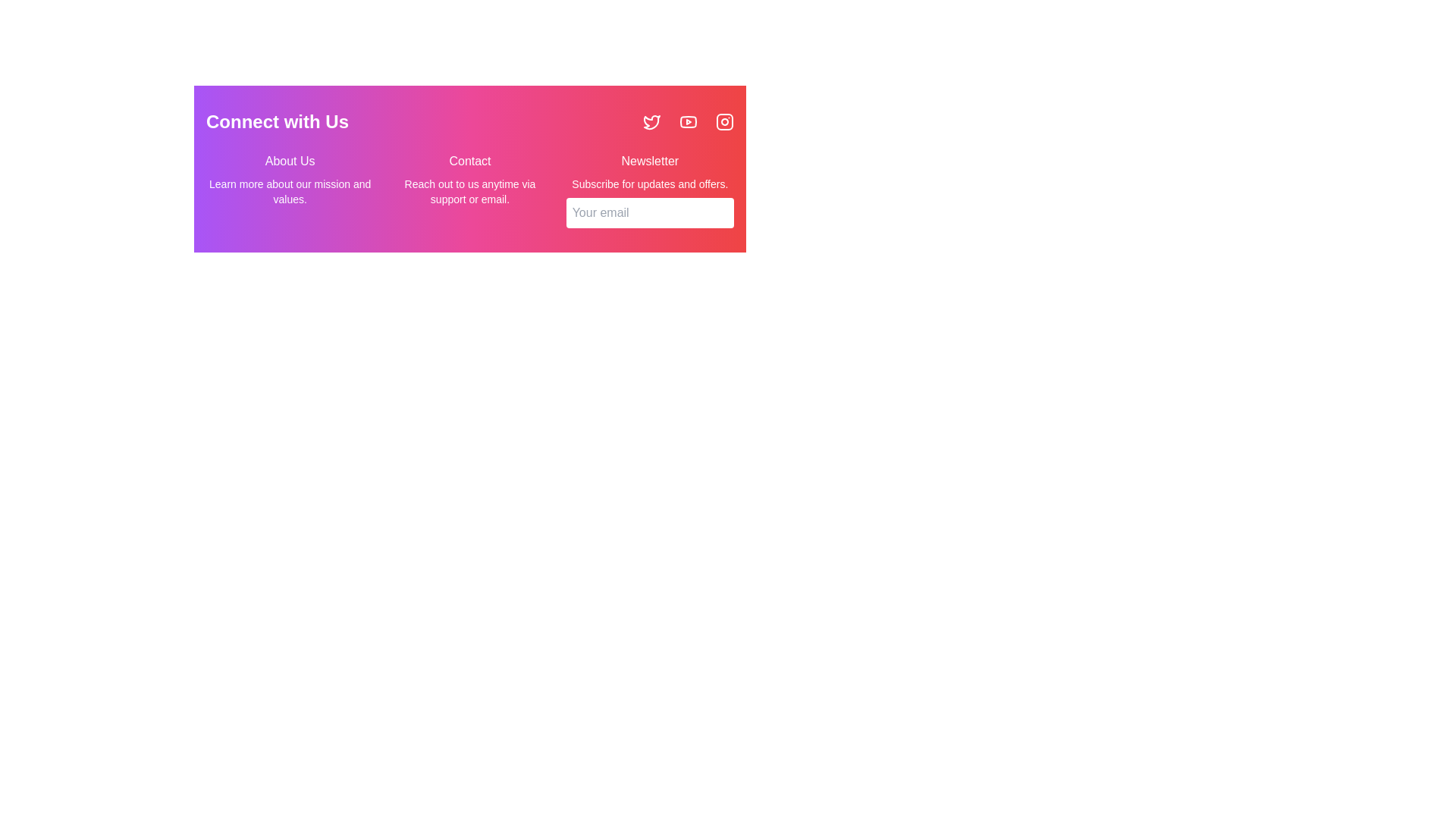  Describe the element at coordinates (651, 121) in the screenshot. I see `the leftmost social media icon link in the top-right corner of the red gradient section` at that location.